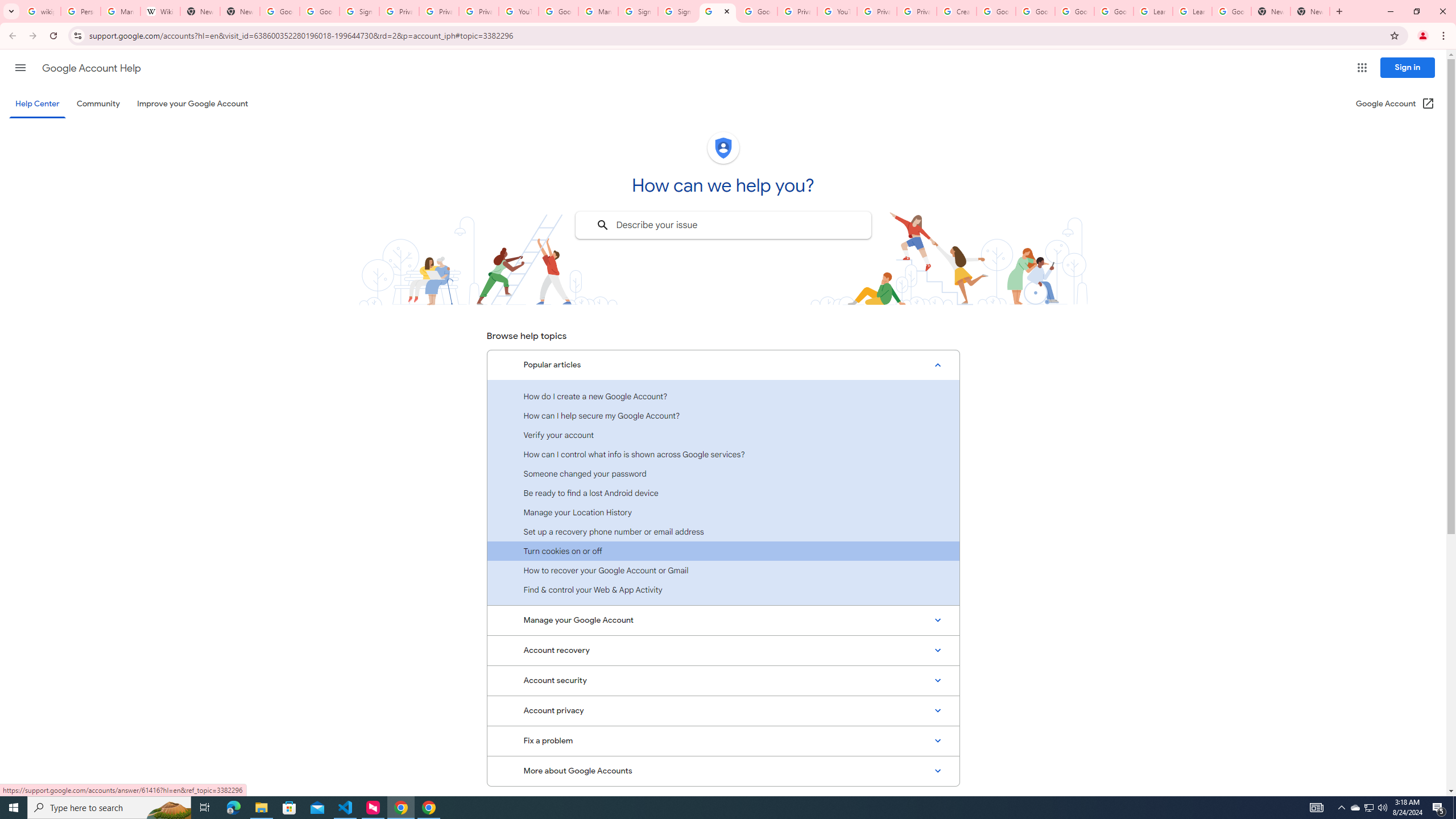  Describe the element at coordinates (723, 492) in the screenshot. I see `'Be ready to find a lost Android device'` at that location.